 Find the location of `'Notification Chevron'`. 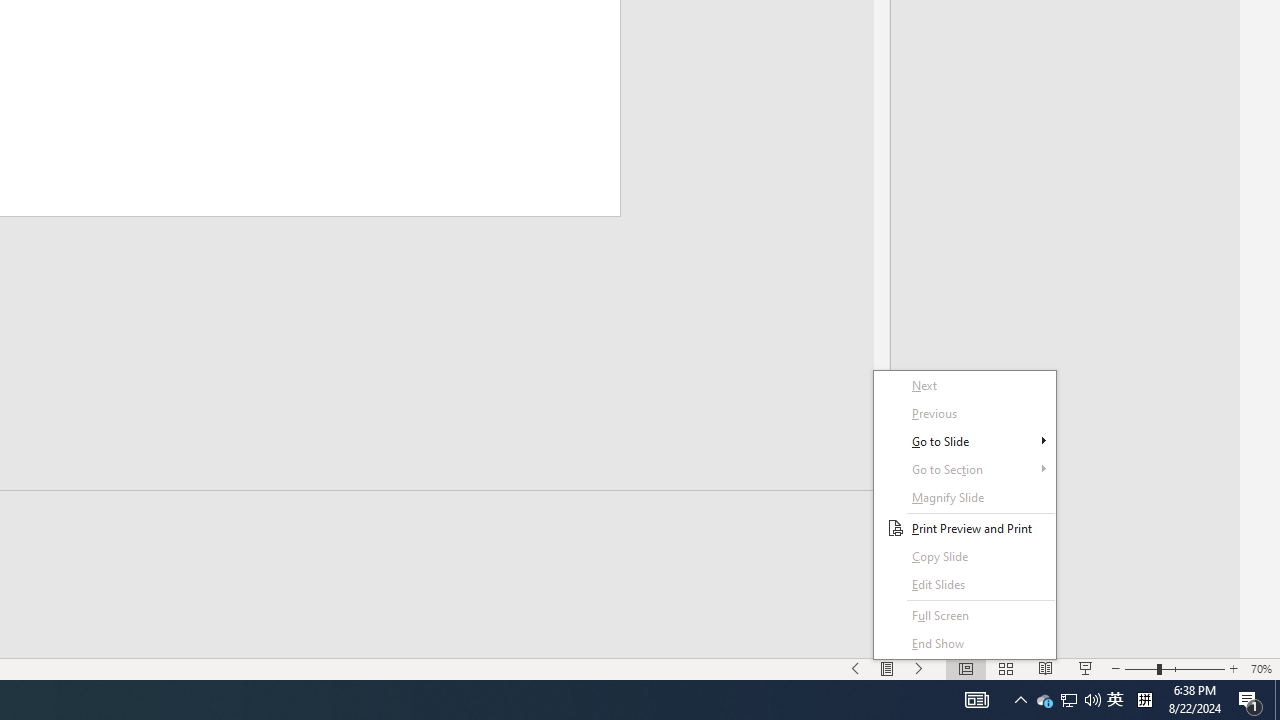

'Notification Chevron' is located at coordinates (1020, 698).